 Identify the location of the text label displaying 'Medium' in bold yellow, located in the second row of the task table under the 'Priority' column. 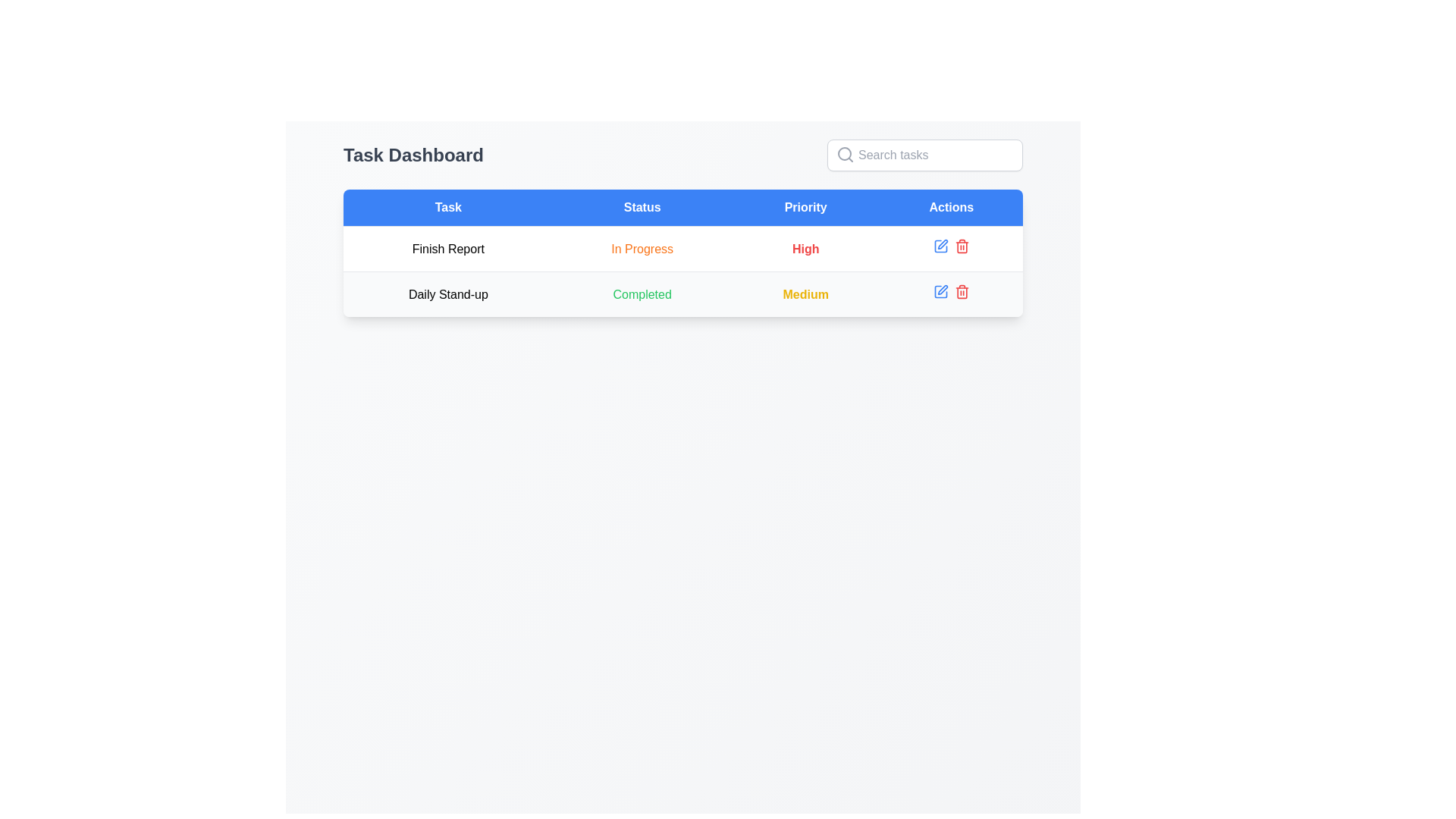
(805, 294).